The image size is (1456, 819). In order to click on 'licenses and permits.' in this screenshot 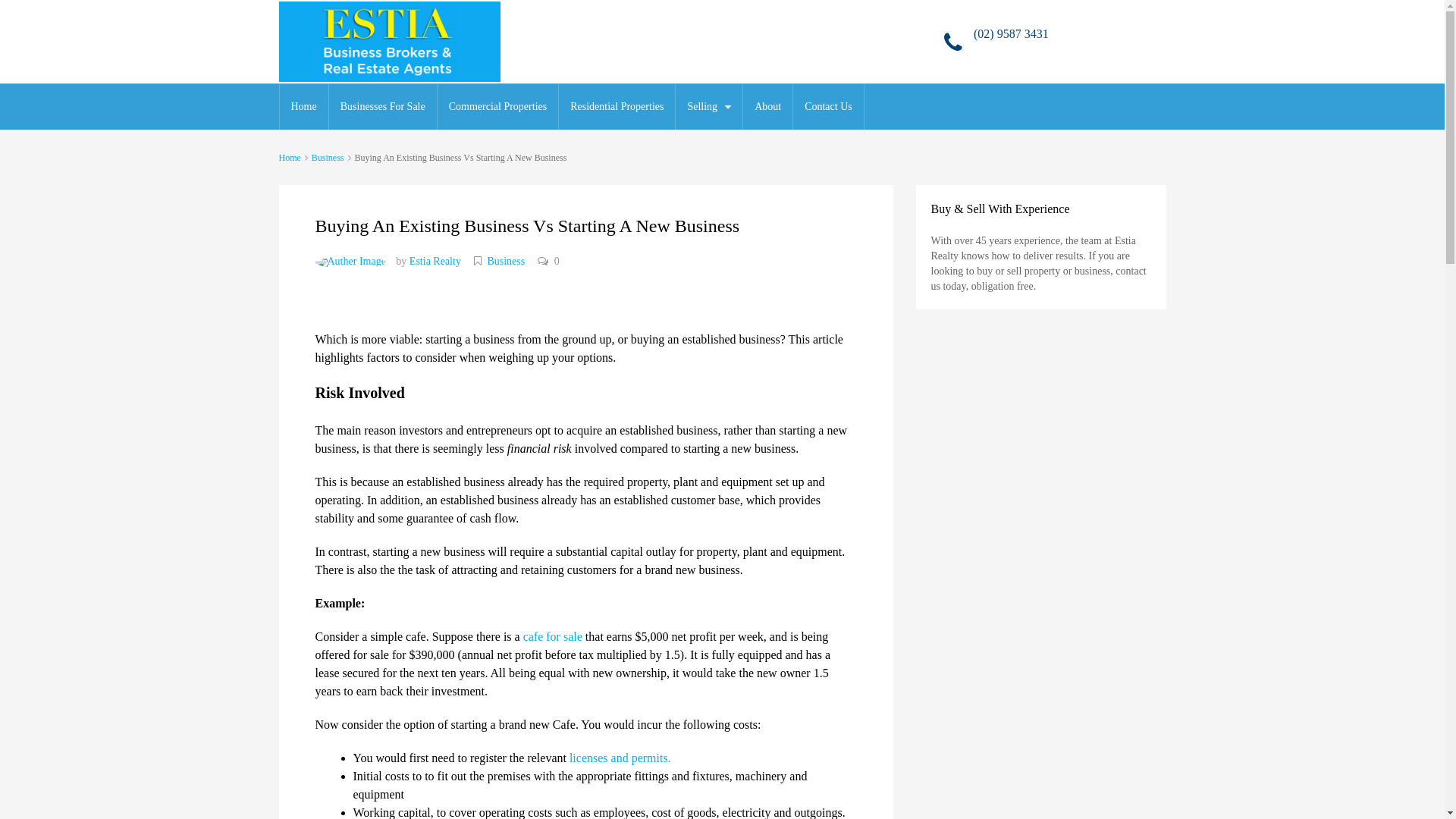, I will do `click(620, 758)`.